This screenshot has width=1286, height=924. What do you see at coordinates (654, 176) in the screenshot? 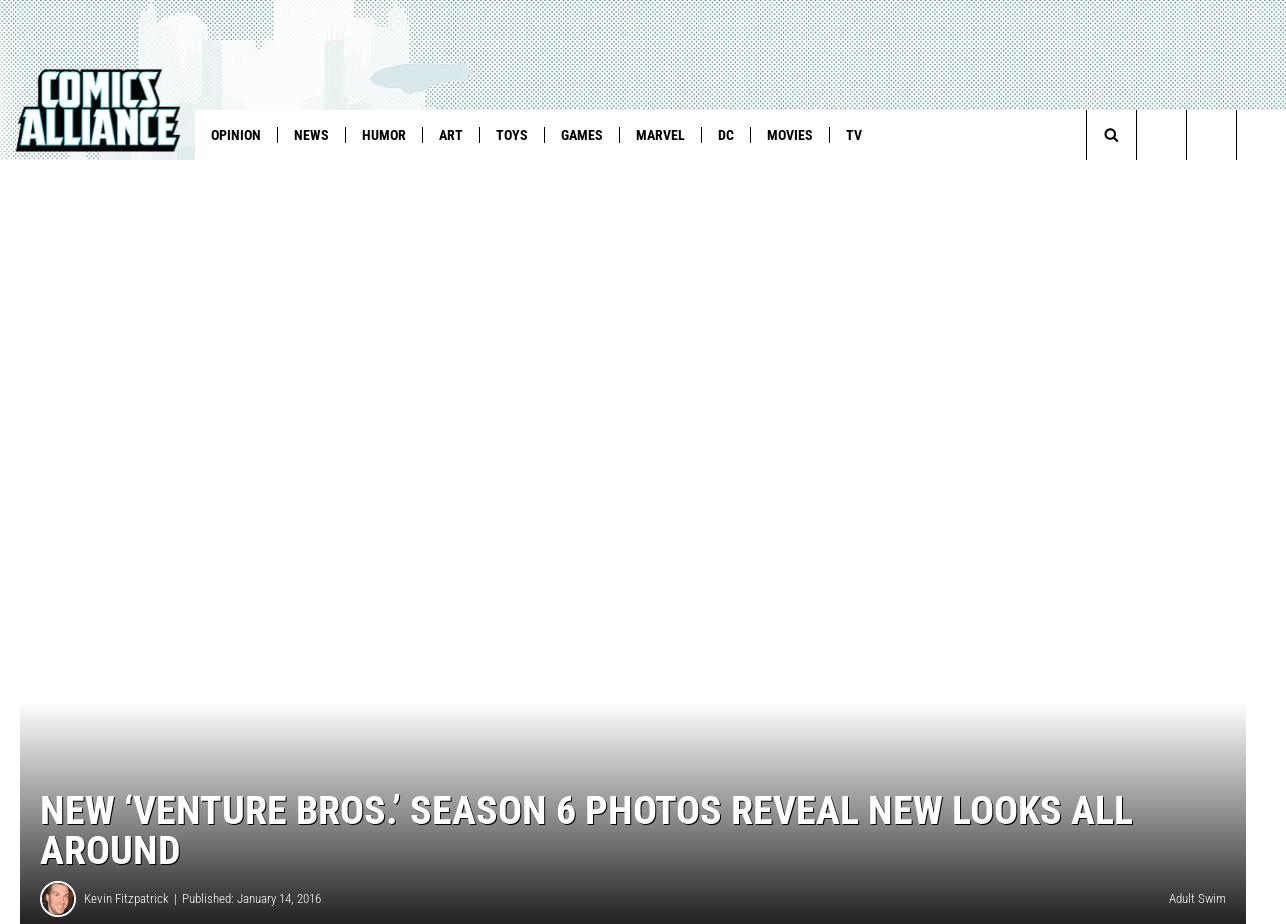
I see `'YTYK Cartoons'` at bounding box center [654, 176].